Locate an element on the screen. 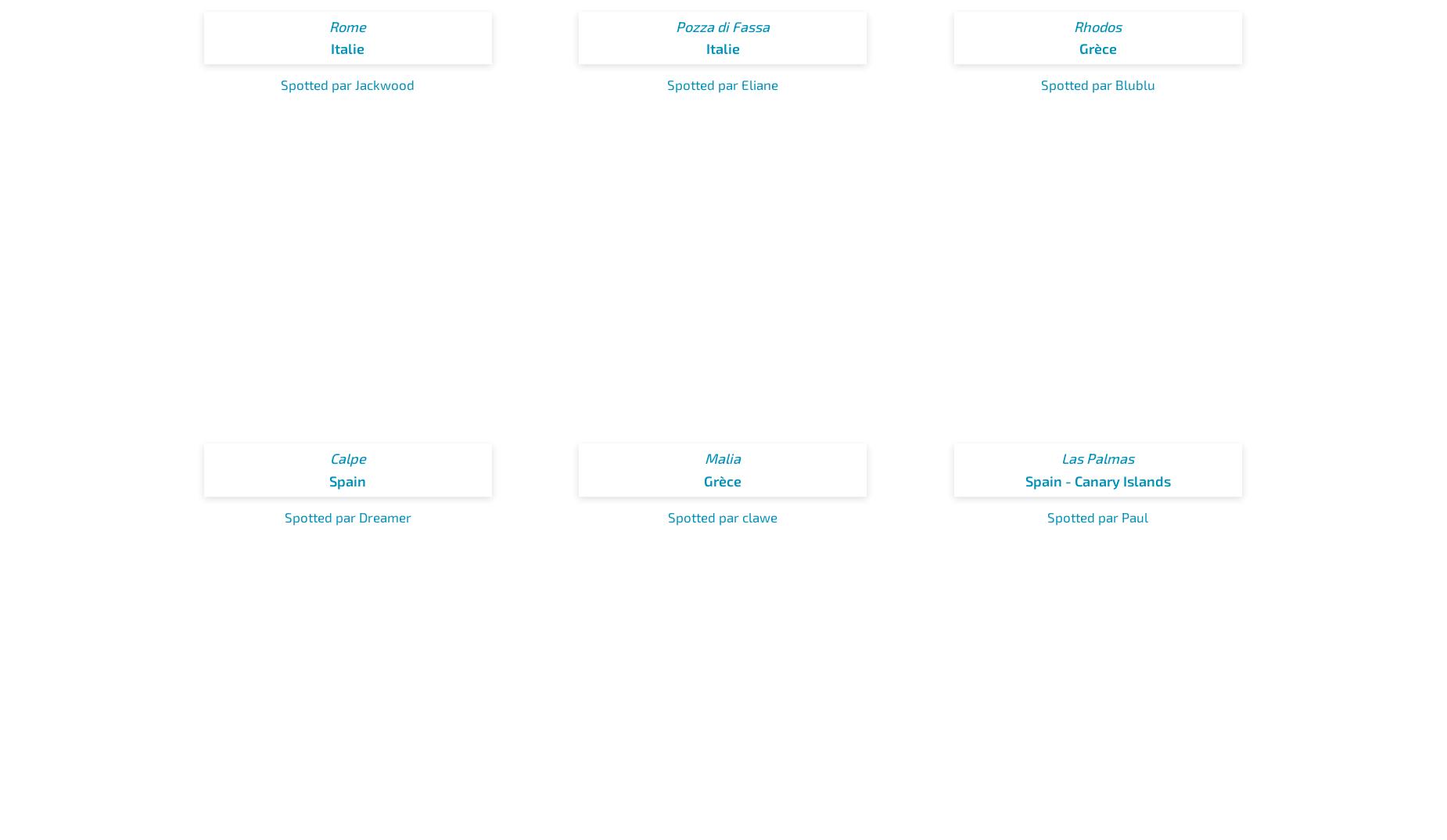 The height and width of the screenshot is (840, 1447). 'Spotted par Jackwood' is located at coordinates (346, 84).